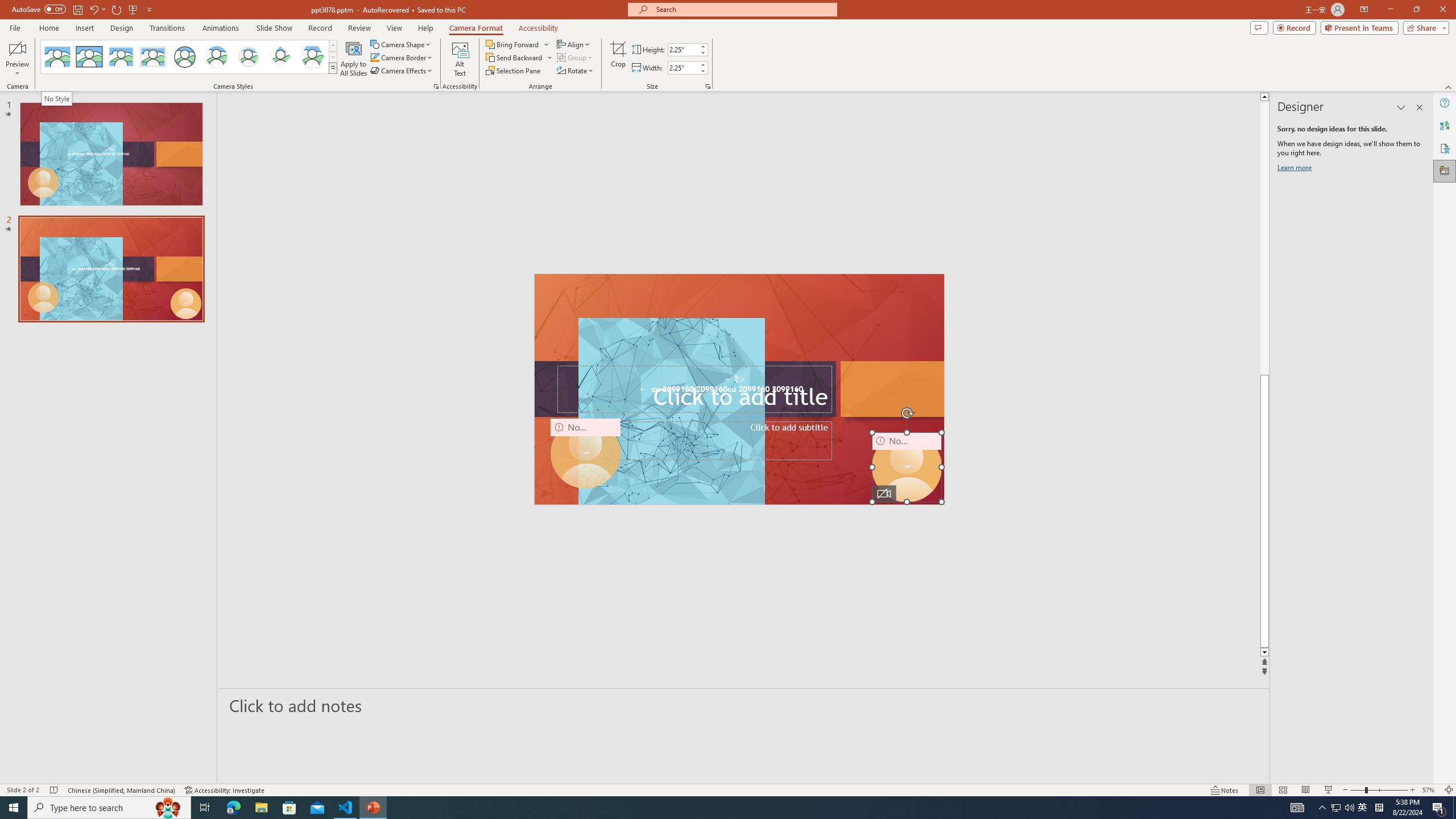 Image resolution: width=1456 pixels, height=819 pixels. I want to click on 'Transitions', so click(167, 28).